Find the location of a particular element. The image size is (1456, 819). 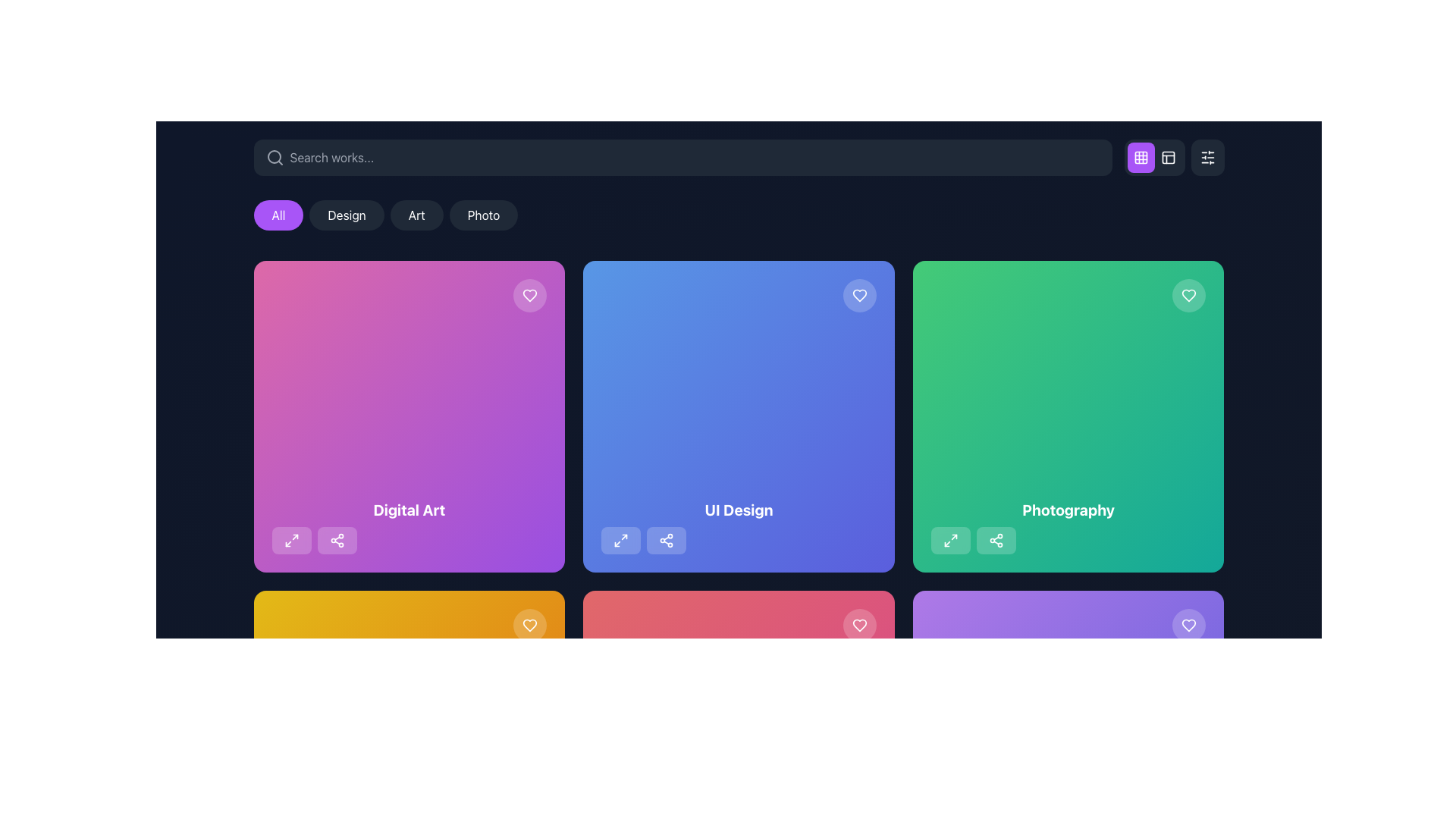

the share button with a circular icon depicting three connected nodes, located at the bottom right corner of the 'UI Design' card is located at coordinates (667, 539).